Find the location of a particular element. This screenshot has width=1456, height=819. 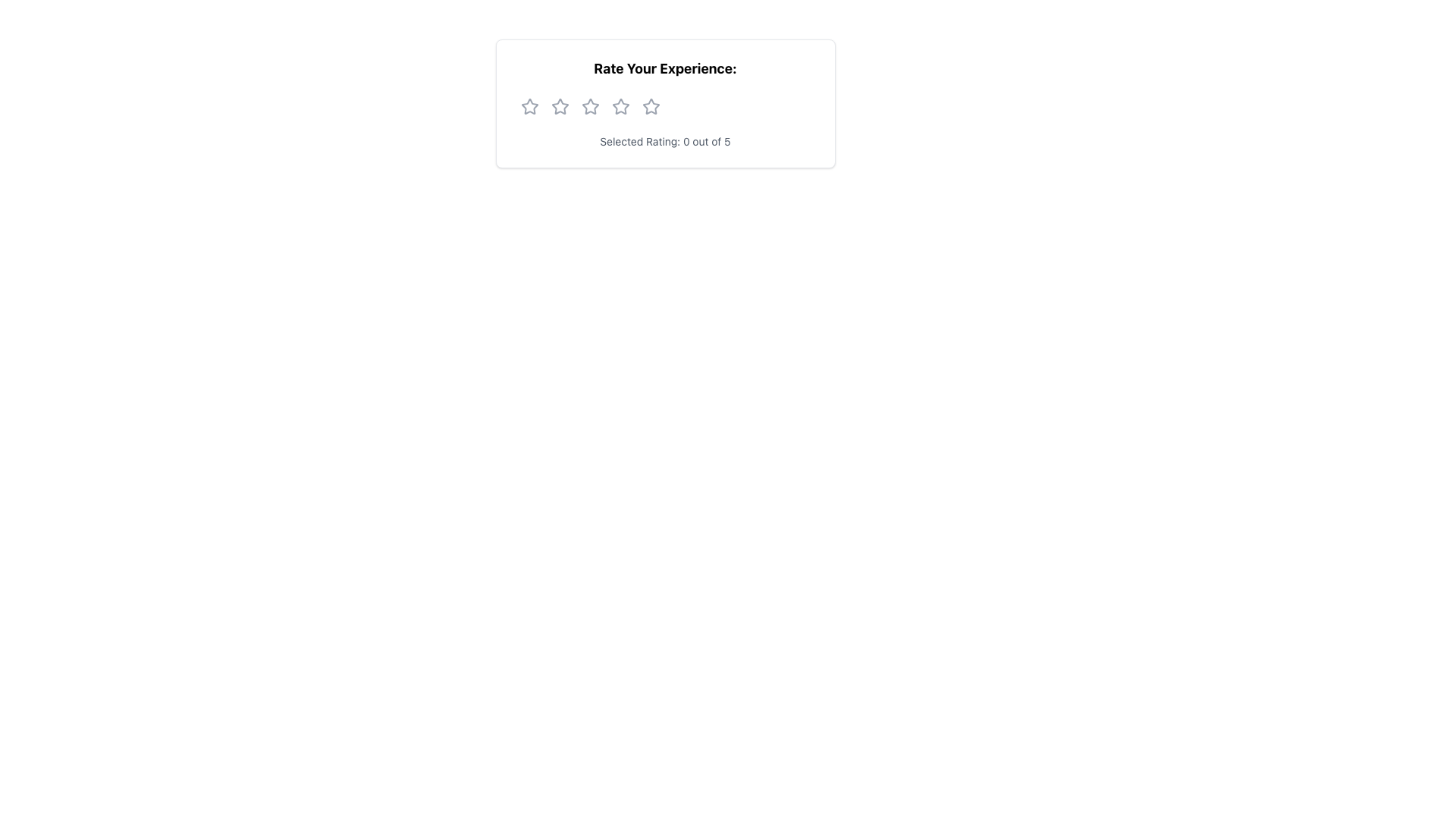

the second rating star icon in the 5-star rating system, which is located under the text 'Rate Your Experience:' is located at coordinates (589, 106).